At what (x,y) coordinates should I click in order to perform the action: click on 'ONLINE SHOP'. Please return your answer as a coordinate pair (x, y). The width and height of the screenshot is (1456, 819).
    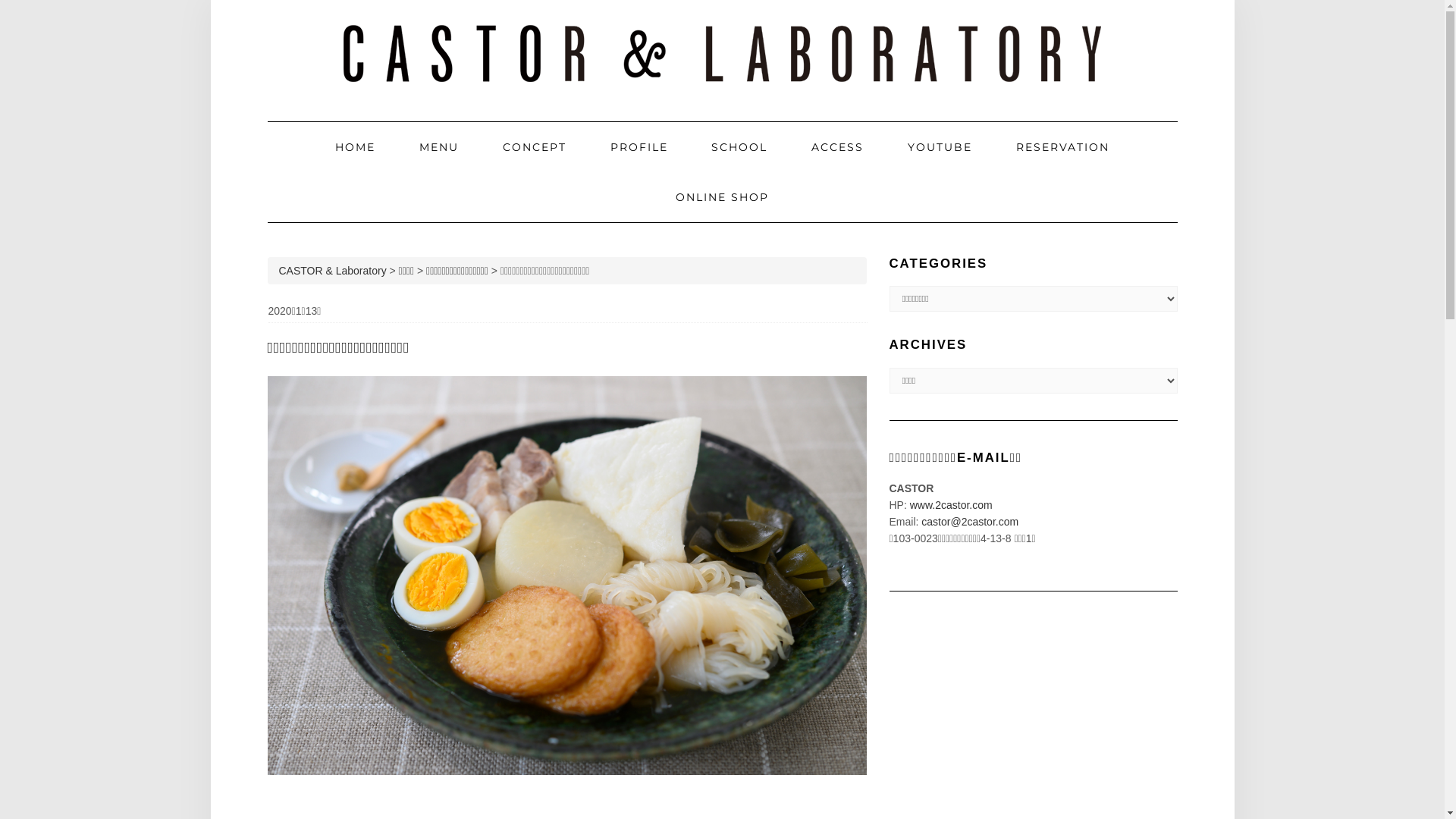
    Looking at the image, I should click on (721, 196).